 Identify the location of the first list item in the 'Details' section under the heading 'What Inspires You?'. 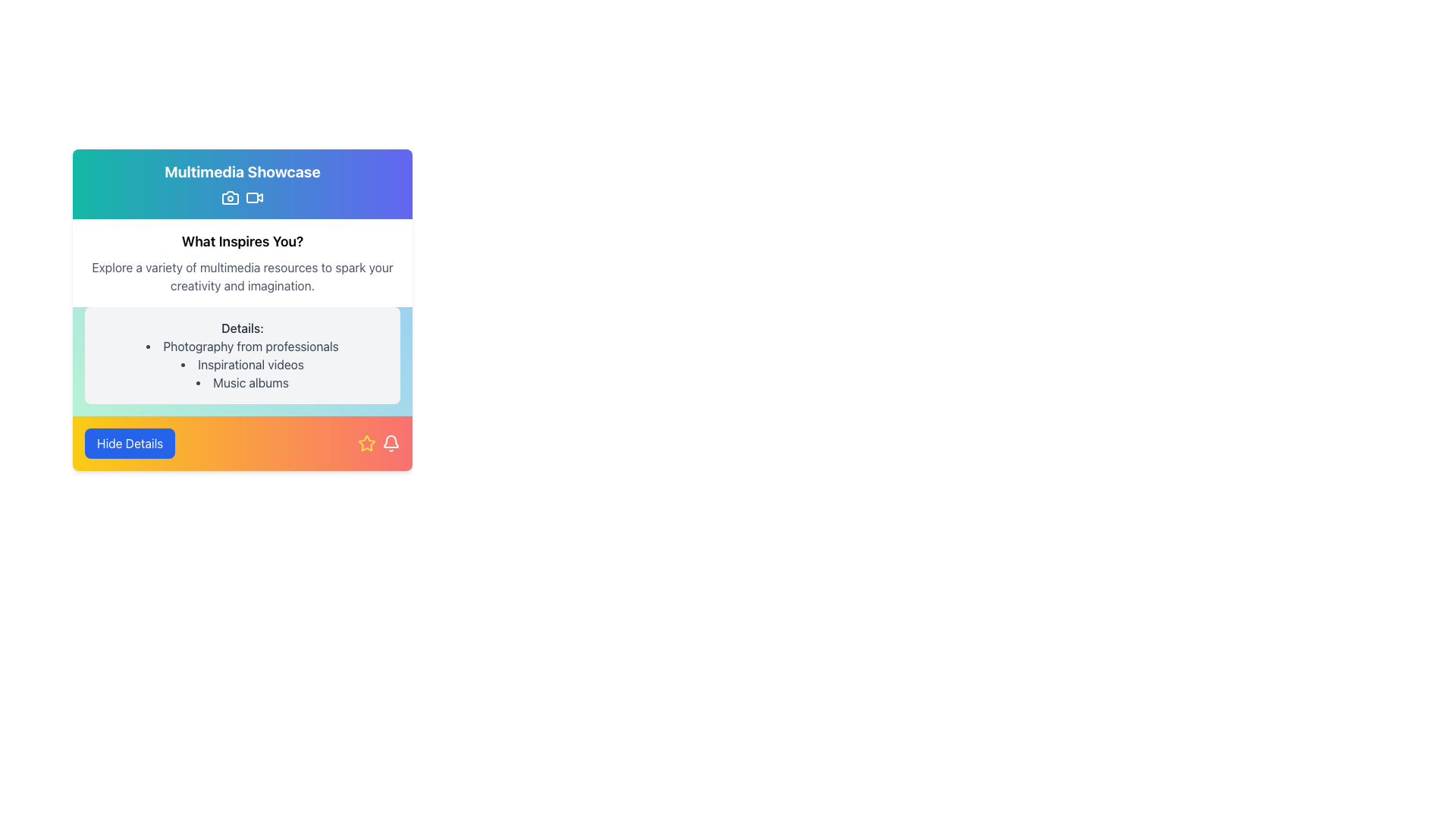
(243, 346).